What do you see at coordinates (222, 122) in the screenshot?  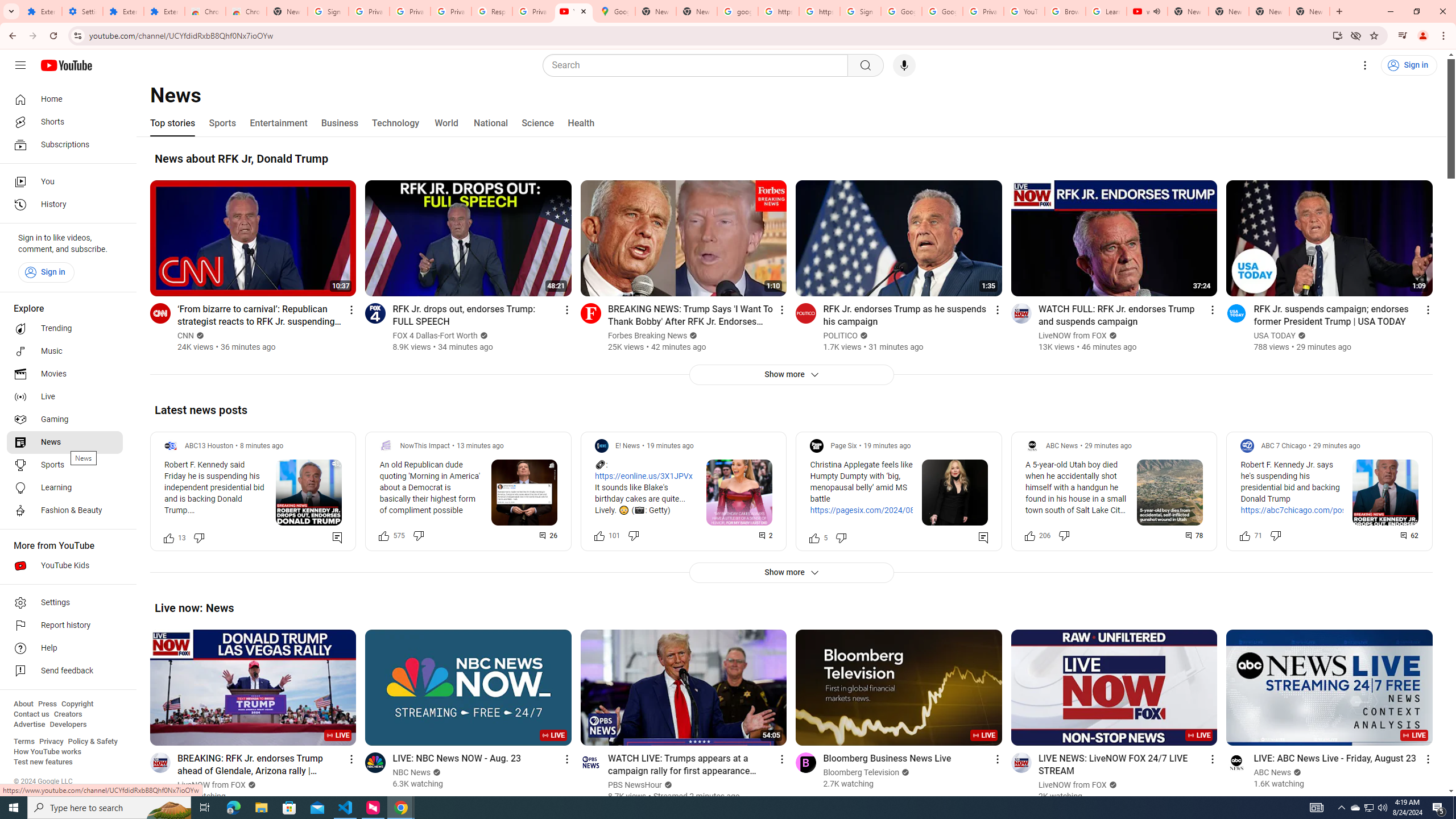 I see `'Sports'` at bounding box center [222, 122].